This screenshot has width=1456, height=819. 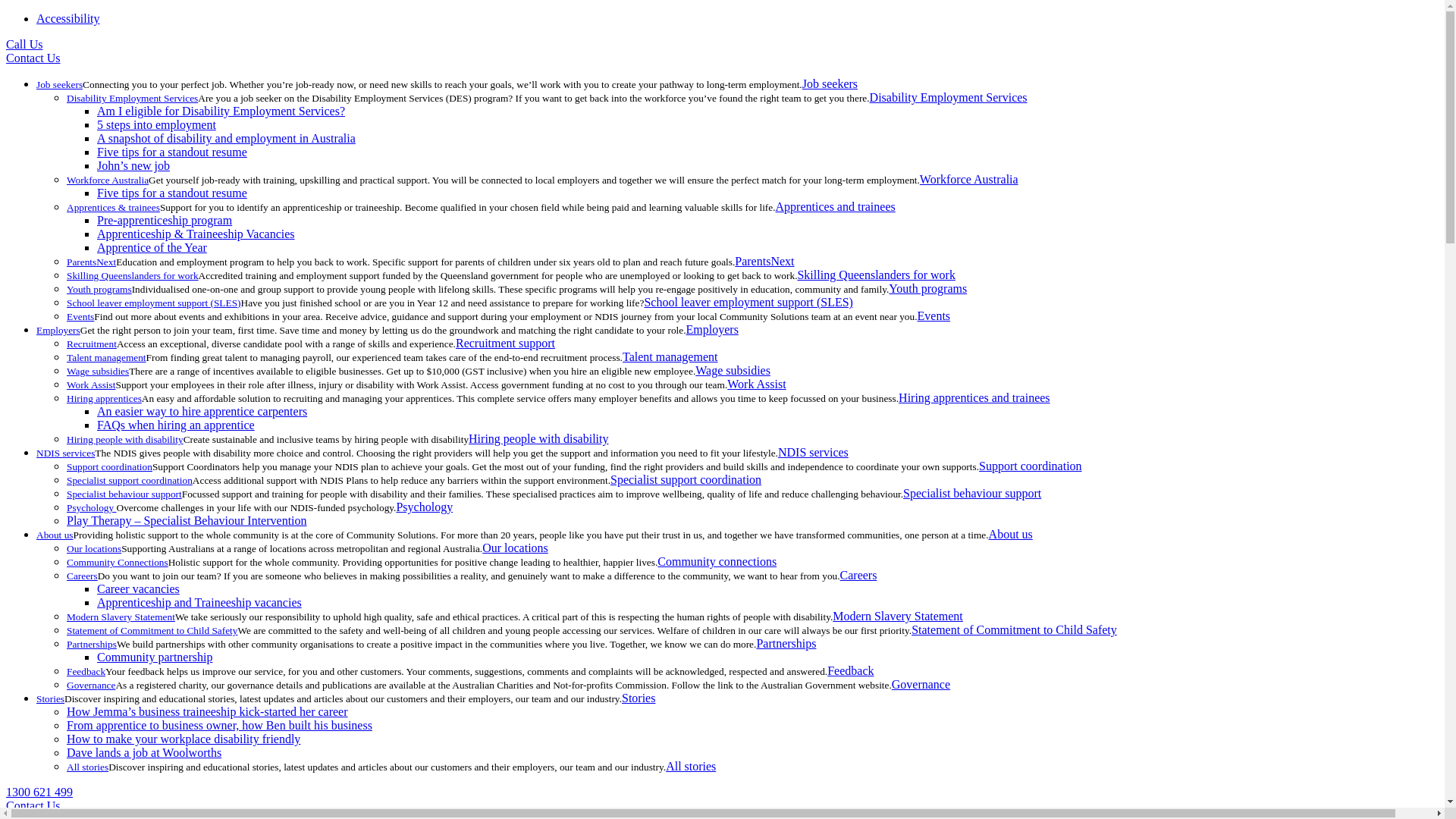 What do you see at coordinates (195, 234) in the screenshot?
I see `'Apprenticeship & Traineeship Vacancies'` at bounding box center [195, 234].